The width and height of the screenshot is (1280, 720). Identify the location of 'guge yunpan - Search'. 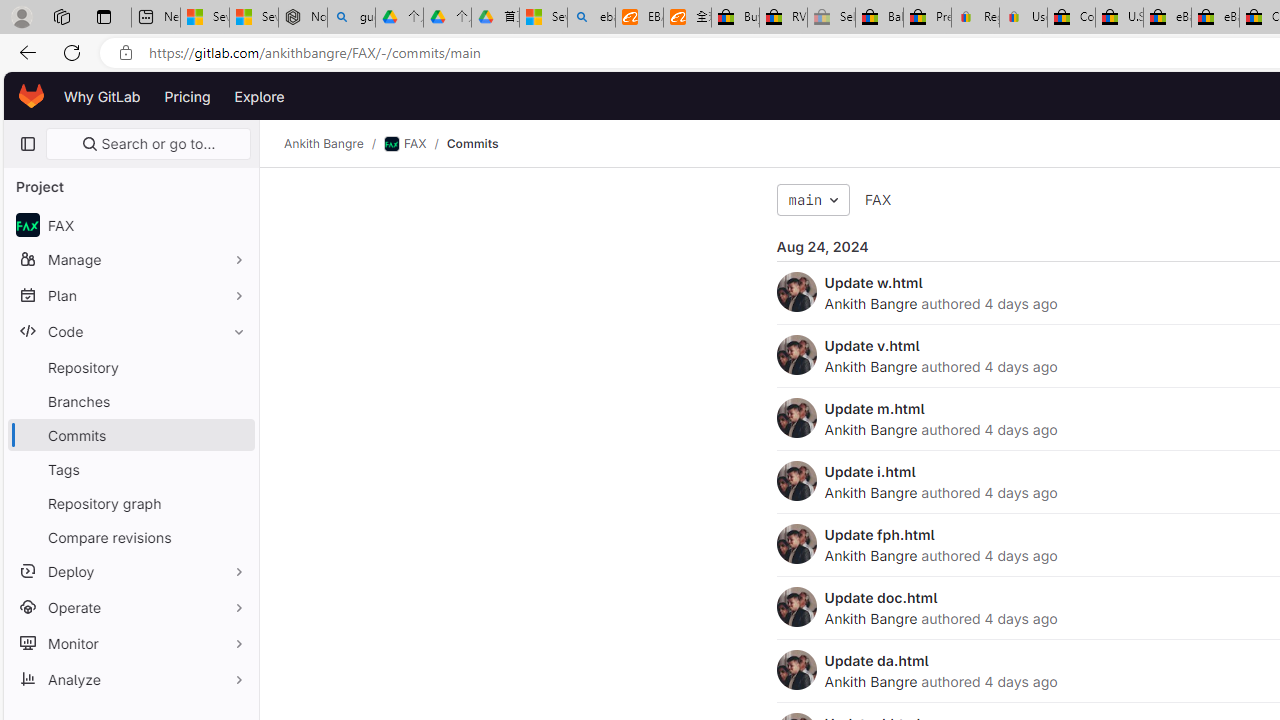
(351, 17).